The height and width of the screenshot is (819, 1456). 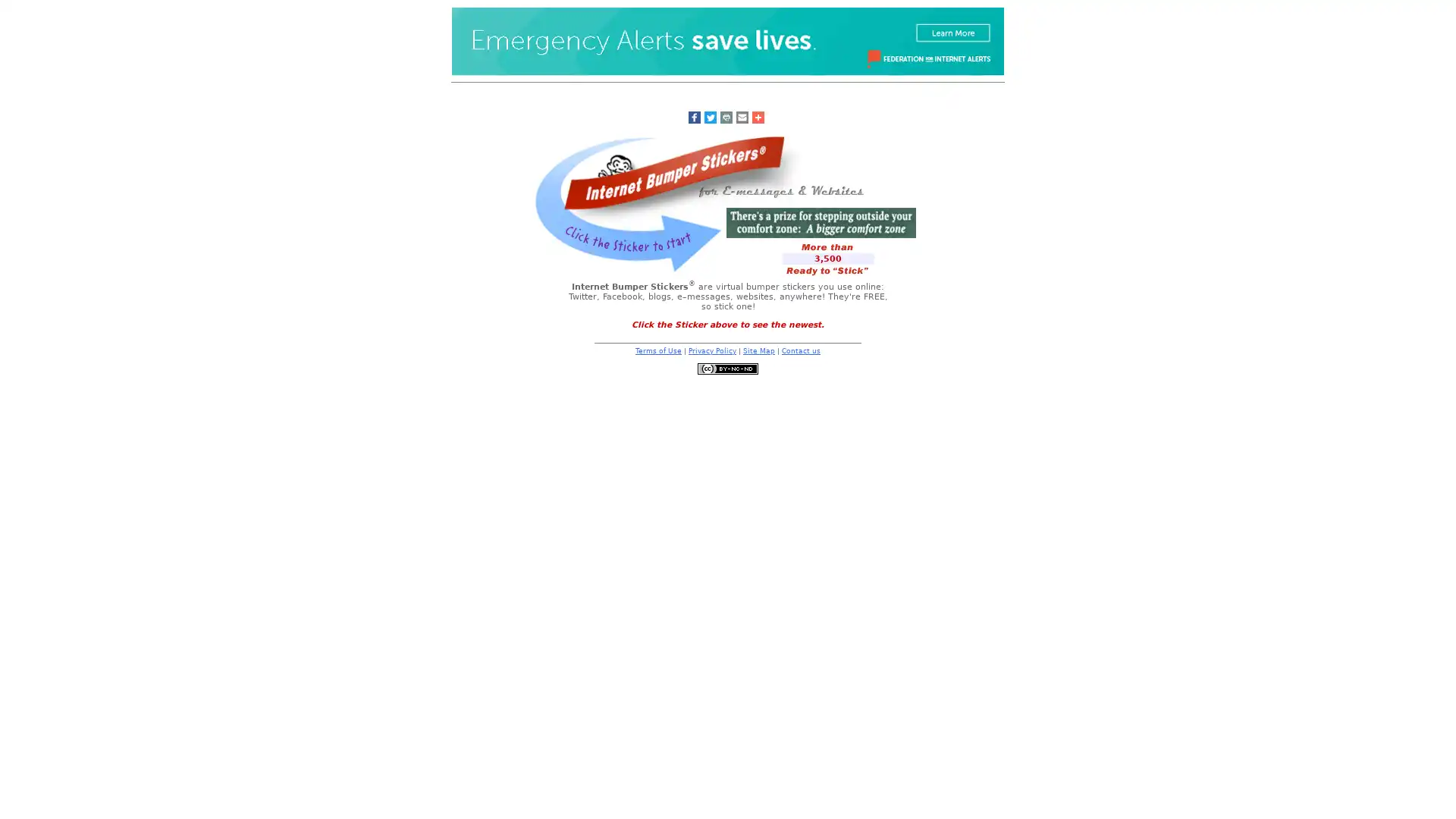 What do you see at coordinates (693, 116) in the screenshot?
I see `Share to Facebook` at bounding box center [693, 116].